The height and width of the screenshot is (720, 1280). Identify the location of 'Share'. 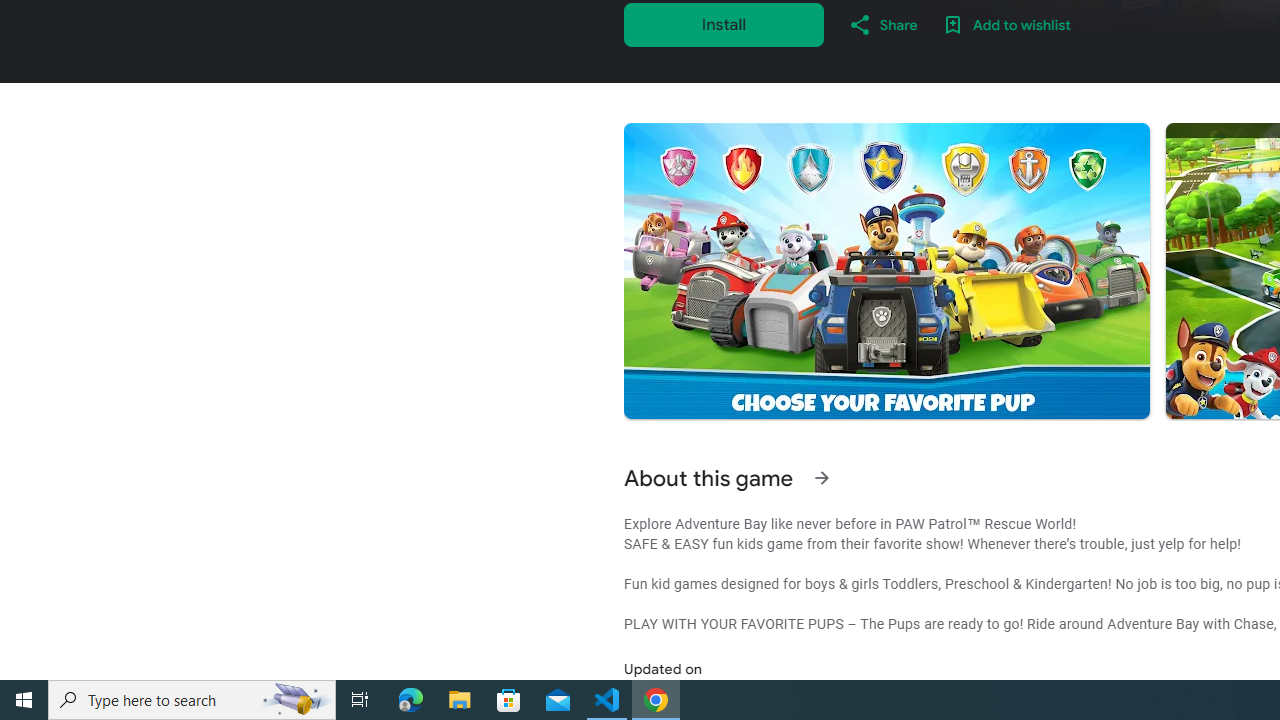
(880, 24).